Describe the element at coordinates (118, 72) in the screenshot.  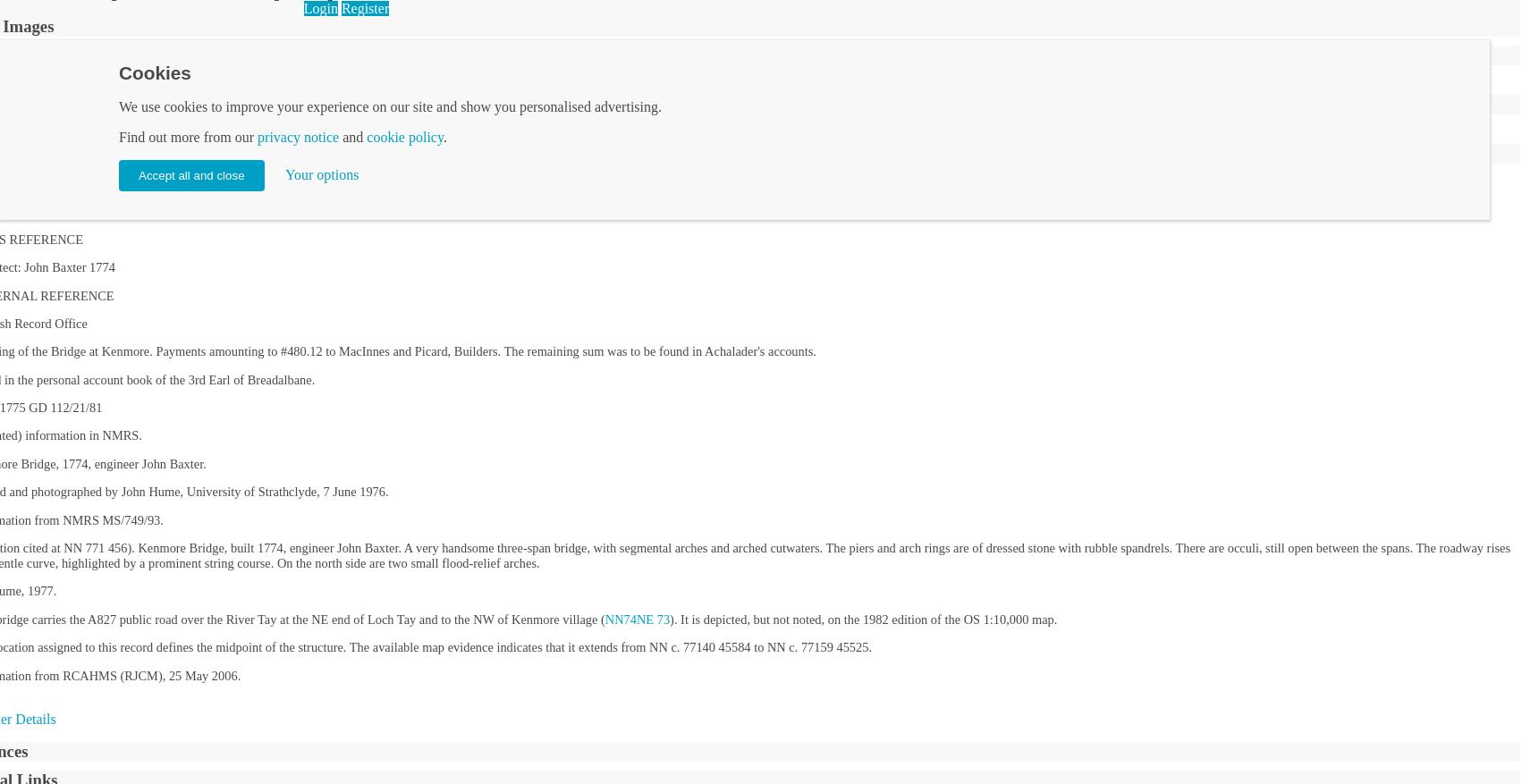
I see `'Cookies'` at that location.